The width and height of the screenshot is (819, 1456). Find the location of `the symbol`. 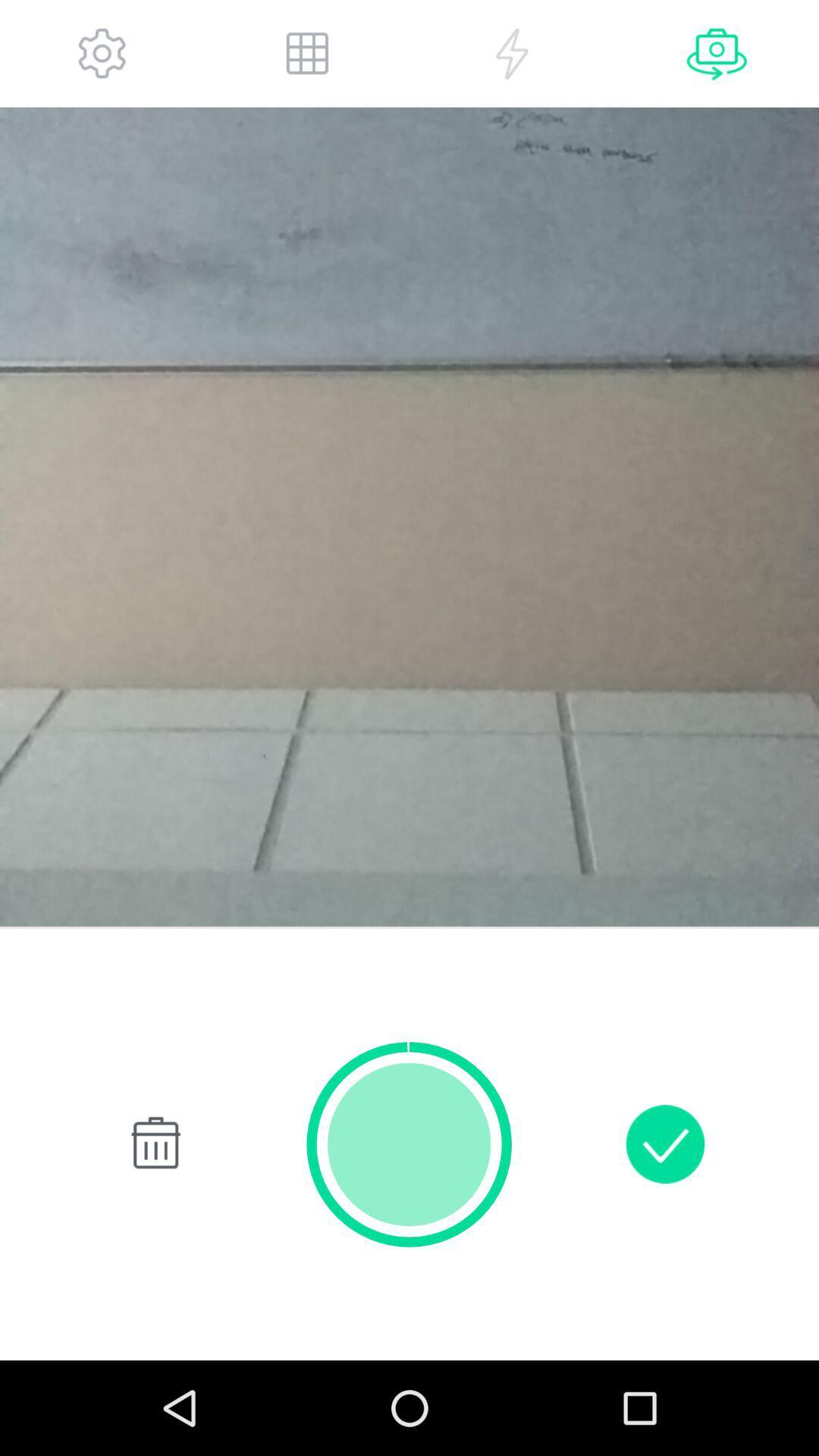

the symbol is located at coordinates (152, 1144).